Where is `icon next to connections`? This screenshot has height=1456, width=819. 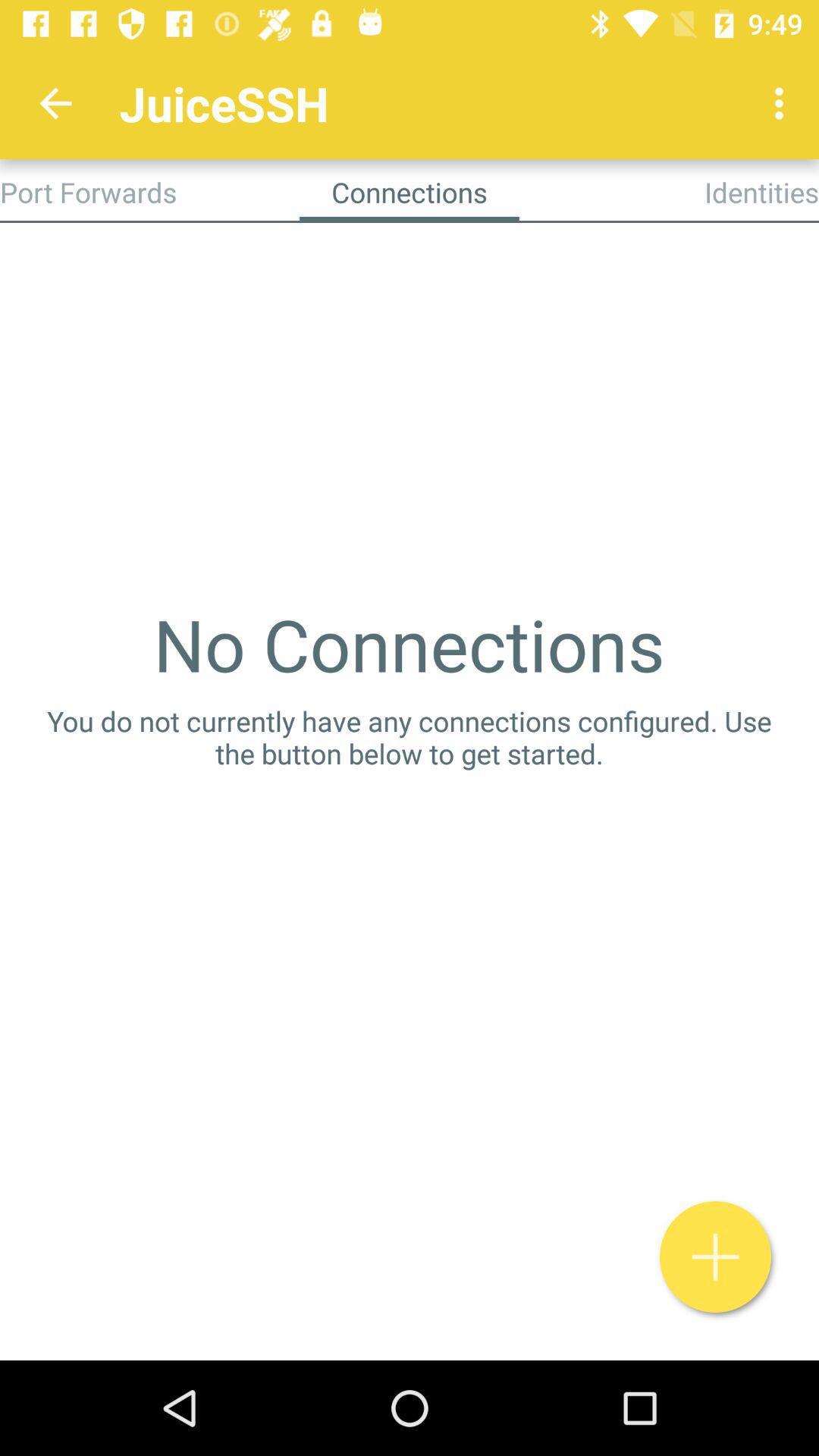 icon next to connections is located at coordinates (761, 191).